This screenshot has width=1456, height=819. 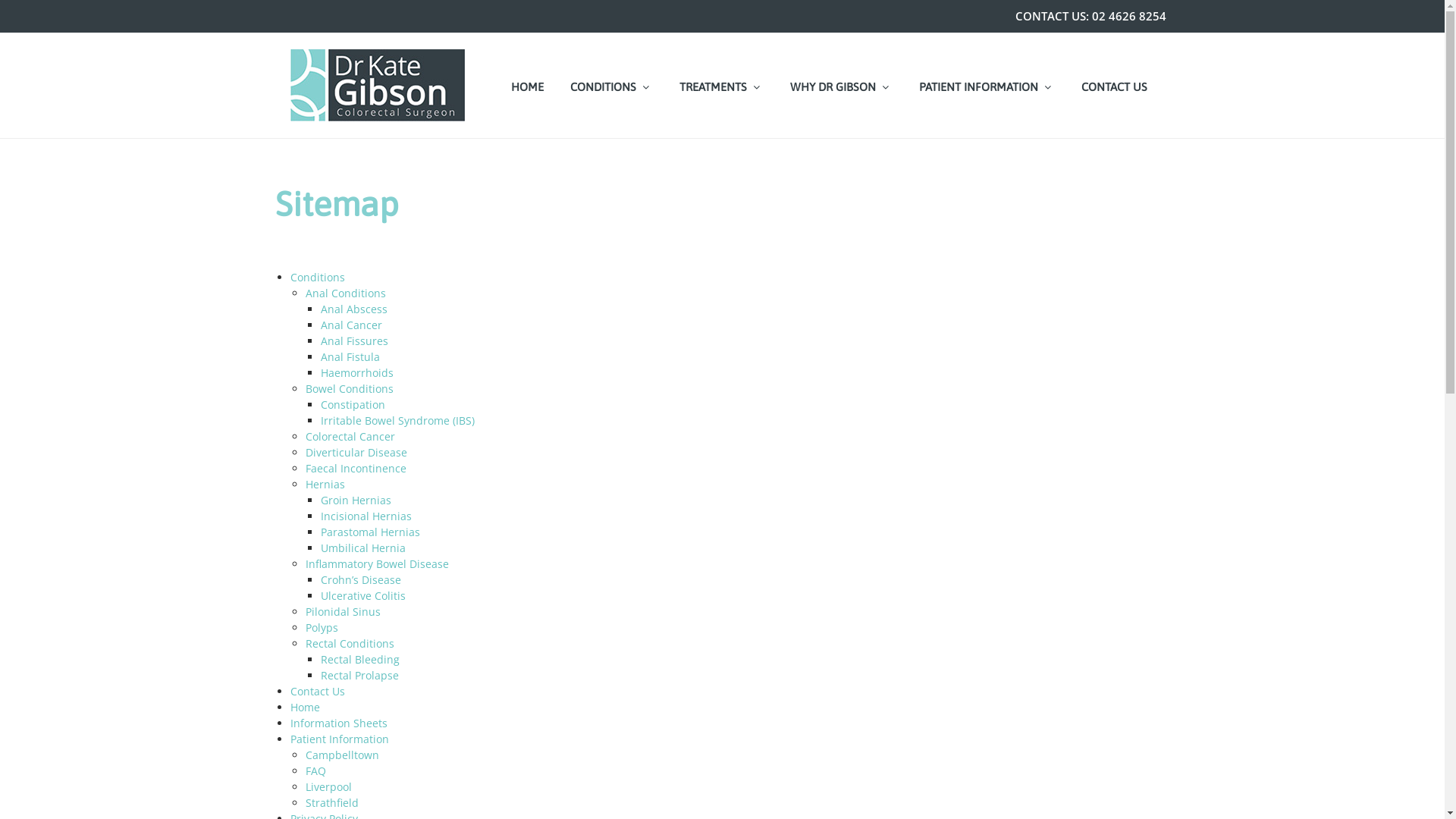 I want to click on 'Contact Us', so click(x=315, y=691).